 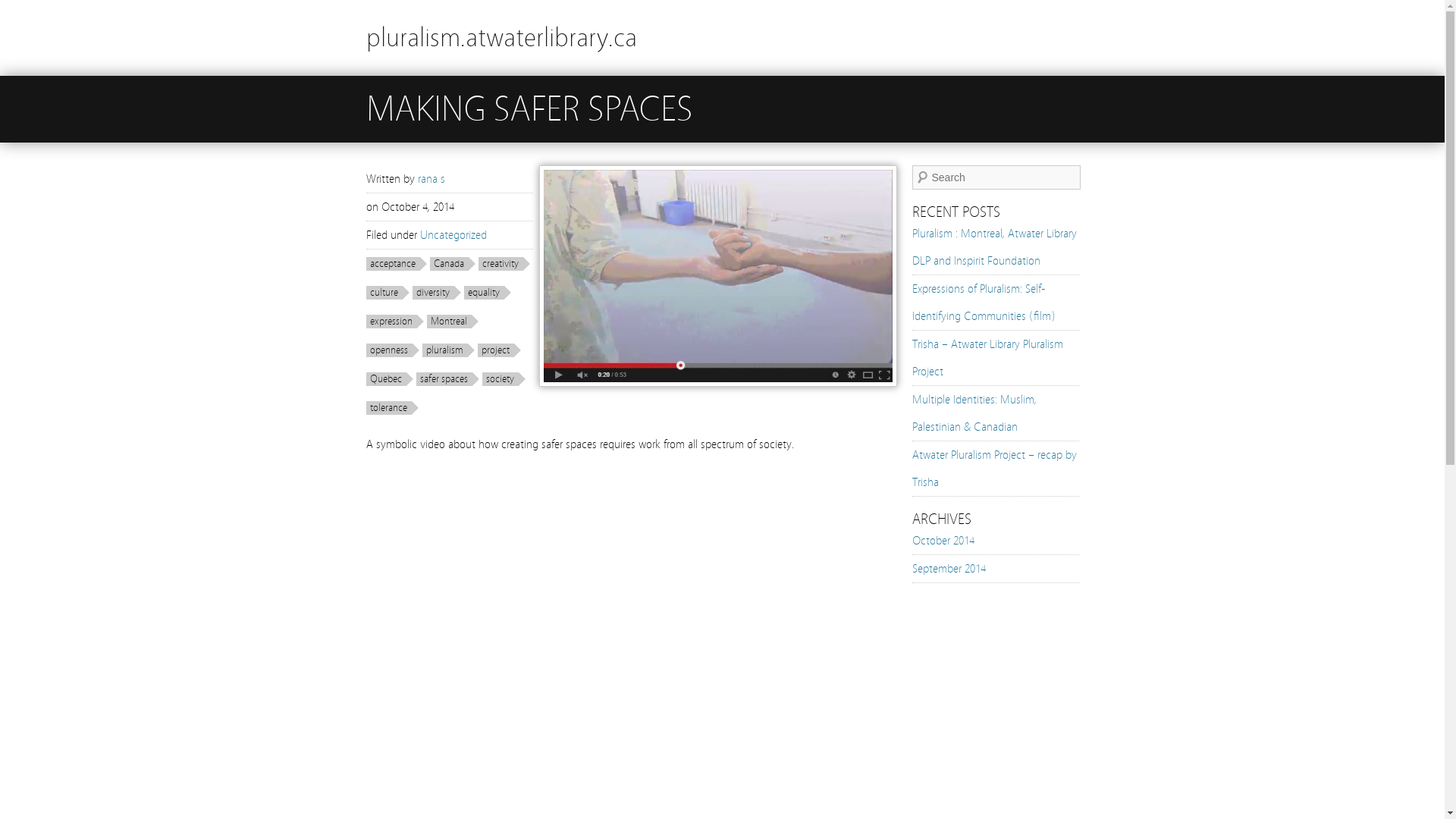 What do you see at coordinates (503, 262) in the screenshot?
I see `'creativity'` at bounding box center [503, 262].